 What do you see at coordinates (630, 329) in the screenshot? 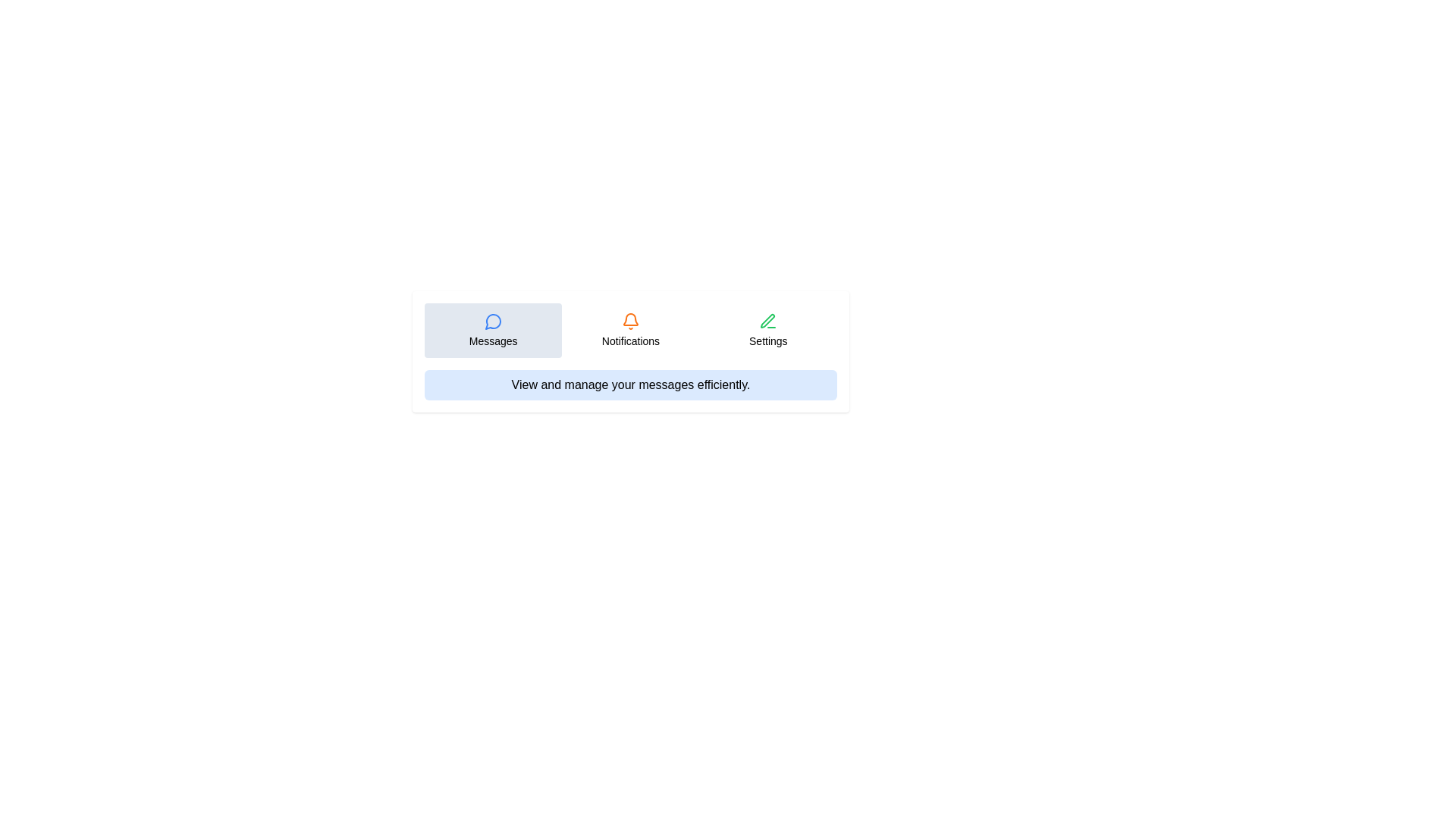
I see `the tab labeled Notifications` at bounding box center [630, 329].